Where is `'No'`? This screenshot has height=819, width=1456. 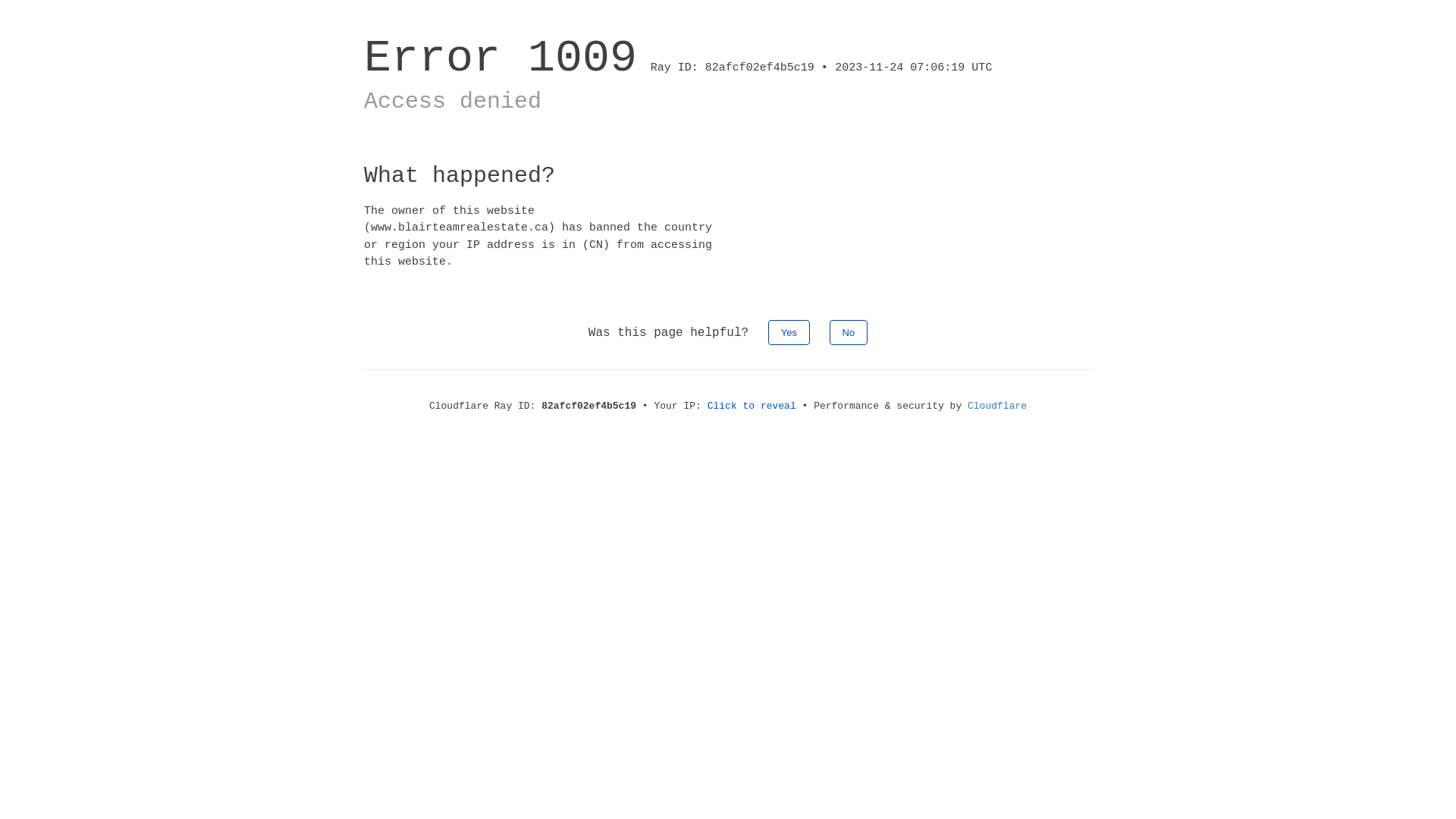 'No' is located at coordinates (848, 331).